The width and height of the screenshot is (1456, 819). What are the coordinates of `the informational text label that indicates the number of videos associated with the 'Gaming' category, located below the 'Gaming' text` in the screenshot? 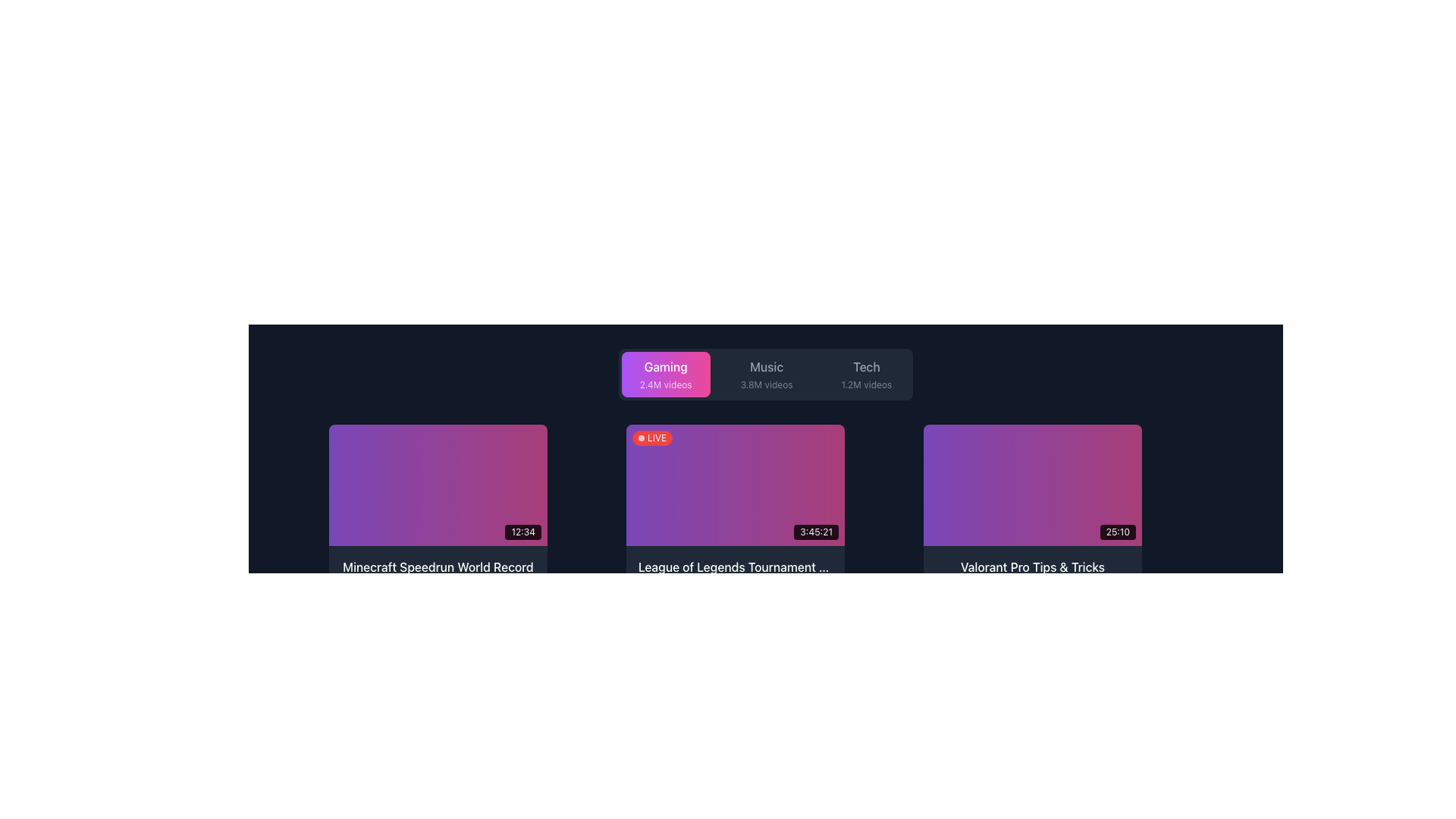 It's located at (666, 384).